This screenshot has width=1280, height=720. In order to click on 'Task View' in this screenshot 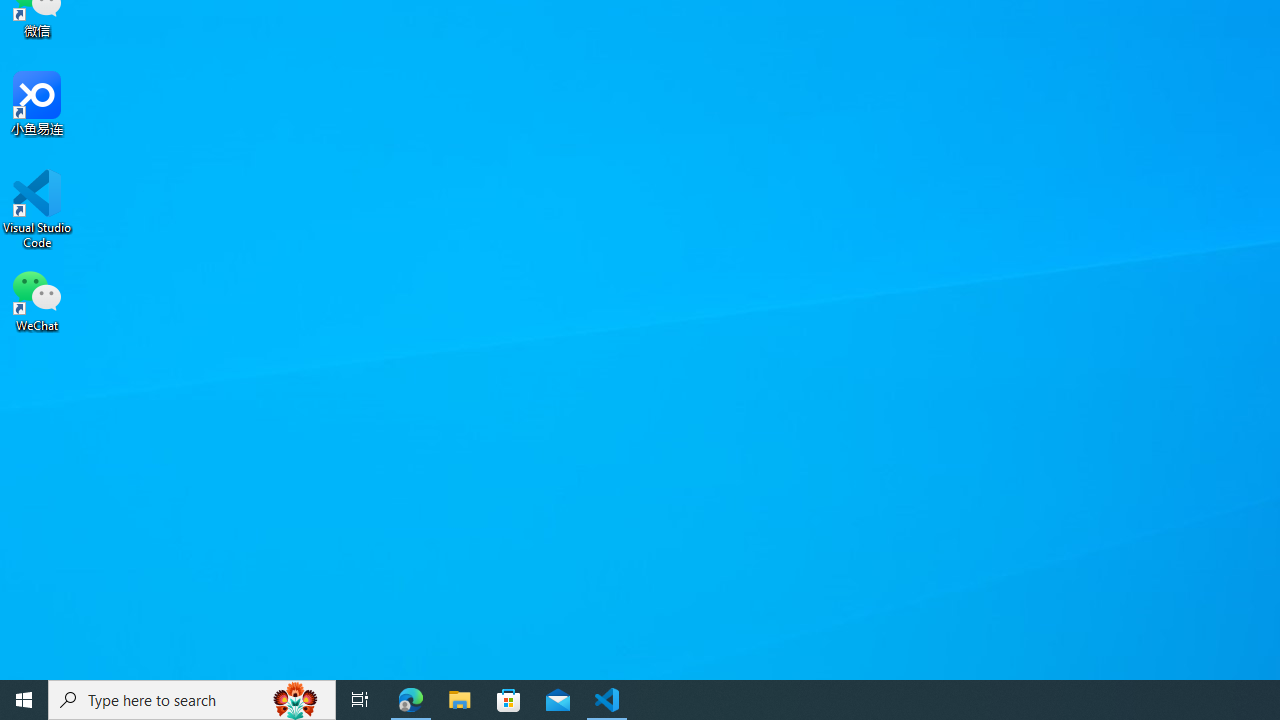, I will do `click(359, 698)`.